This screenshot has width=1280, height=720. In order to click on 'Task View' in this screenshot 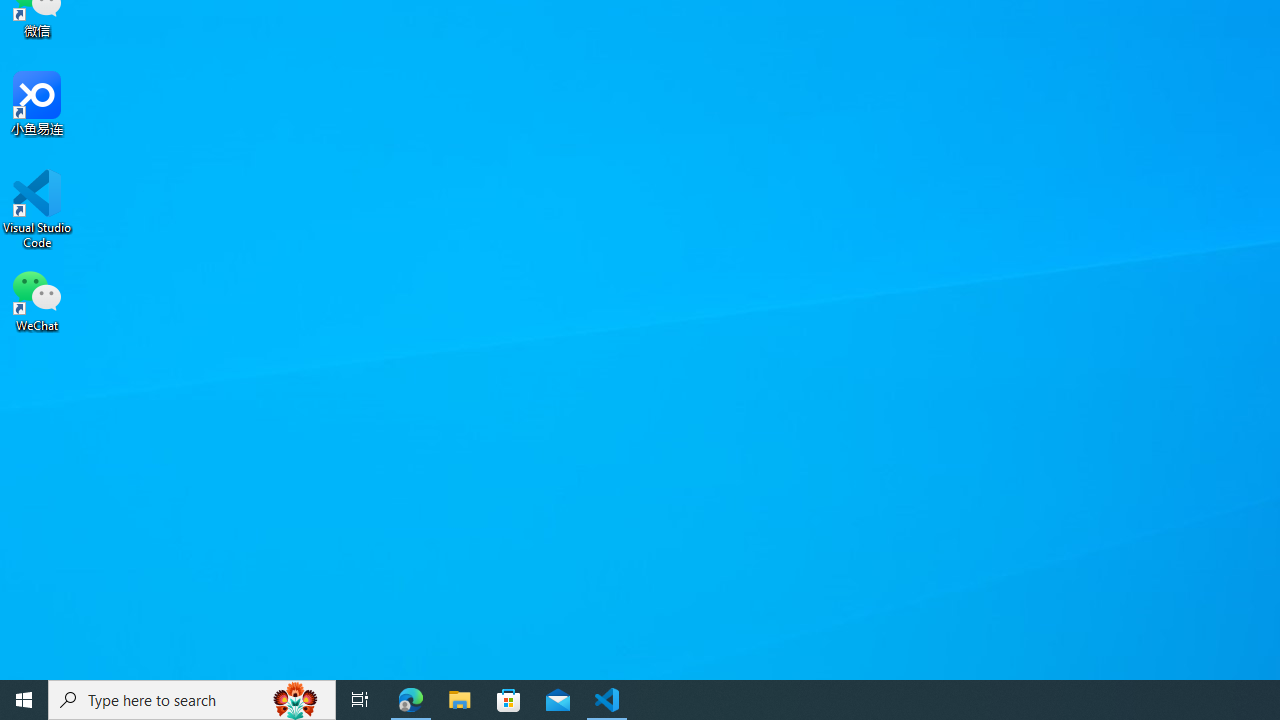, I will do `click(359, 698)`.